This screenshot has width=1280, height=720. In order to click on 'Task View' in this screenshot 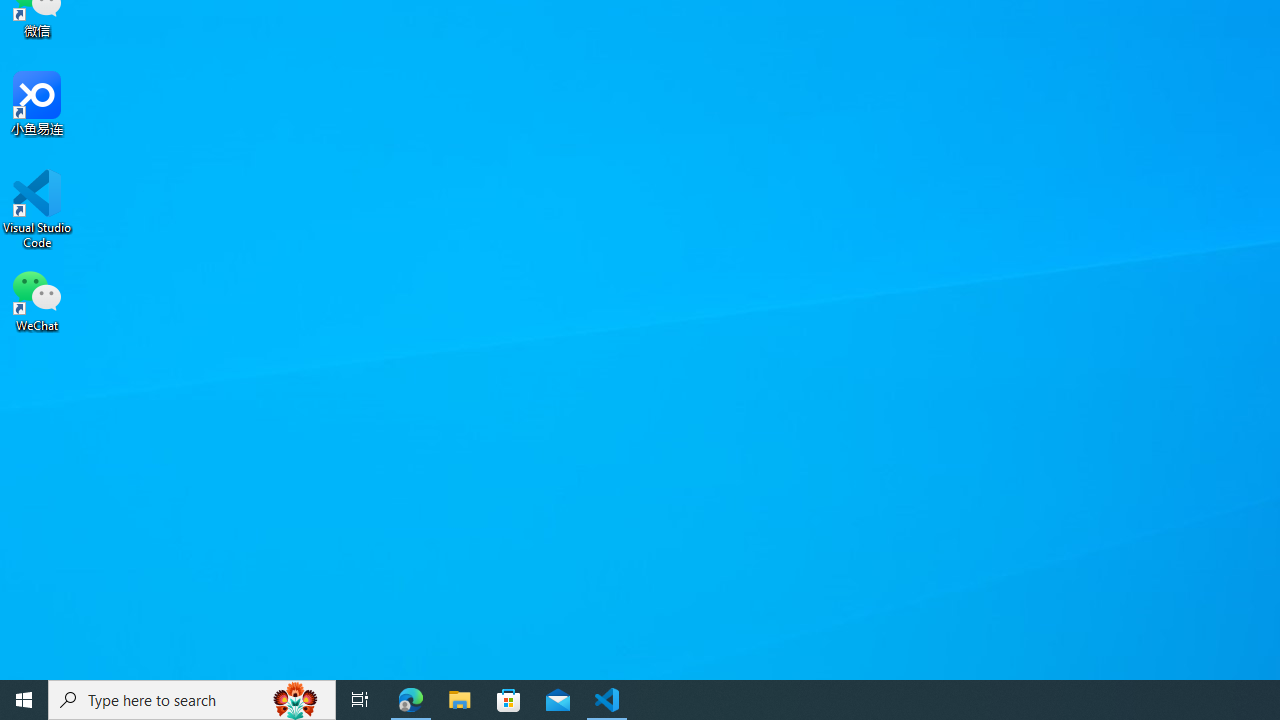, I will do `click(359, 698)`.